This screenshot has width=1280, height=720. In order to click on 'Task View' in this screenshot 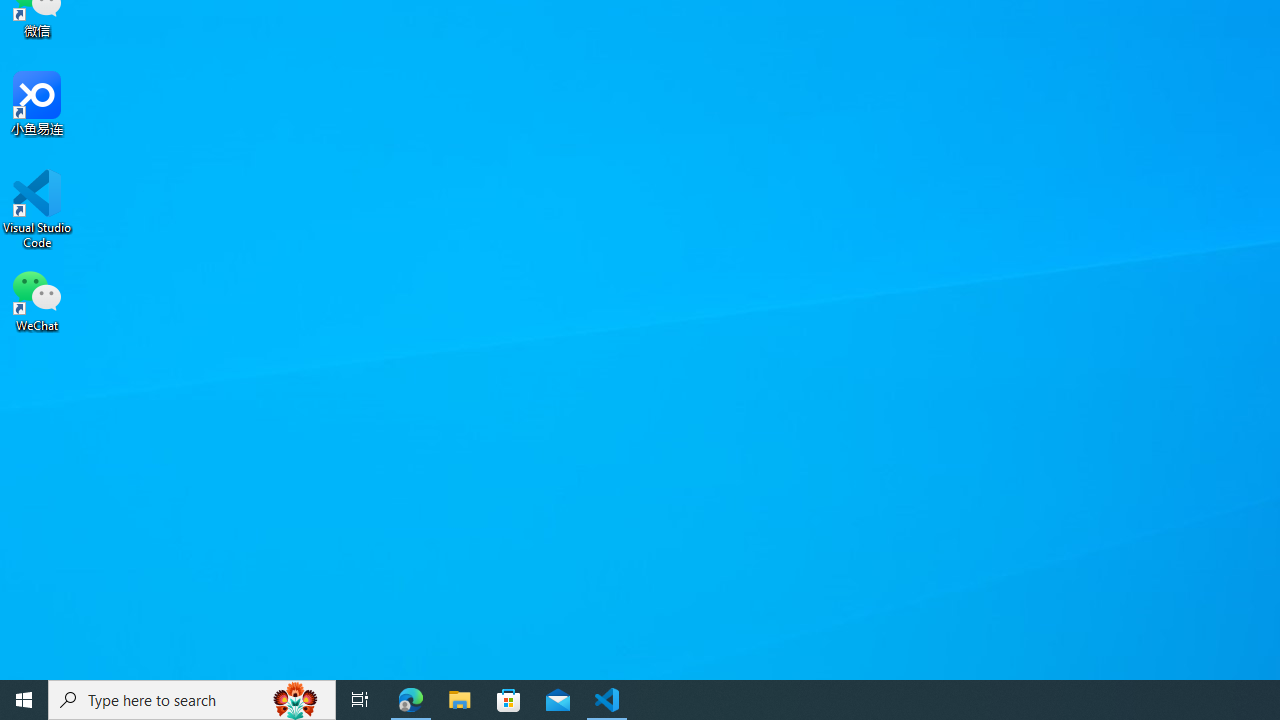, I will do `click(359, 698)`.